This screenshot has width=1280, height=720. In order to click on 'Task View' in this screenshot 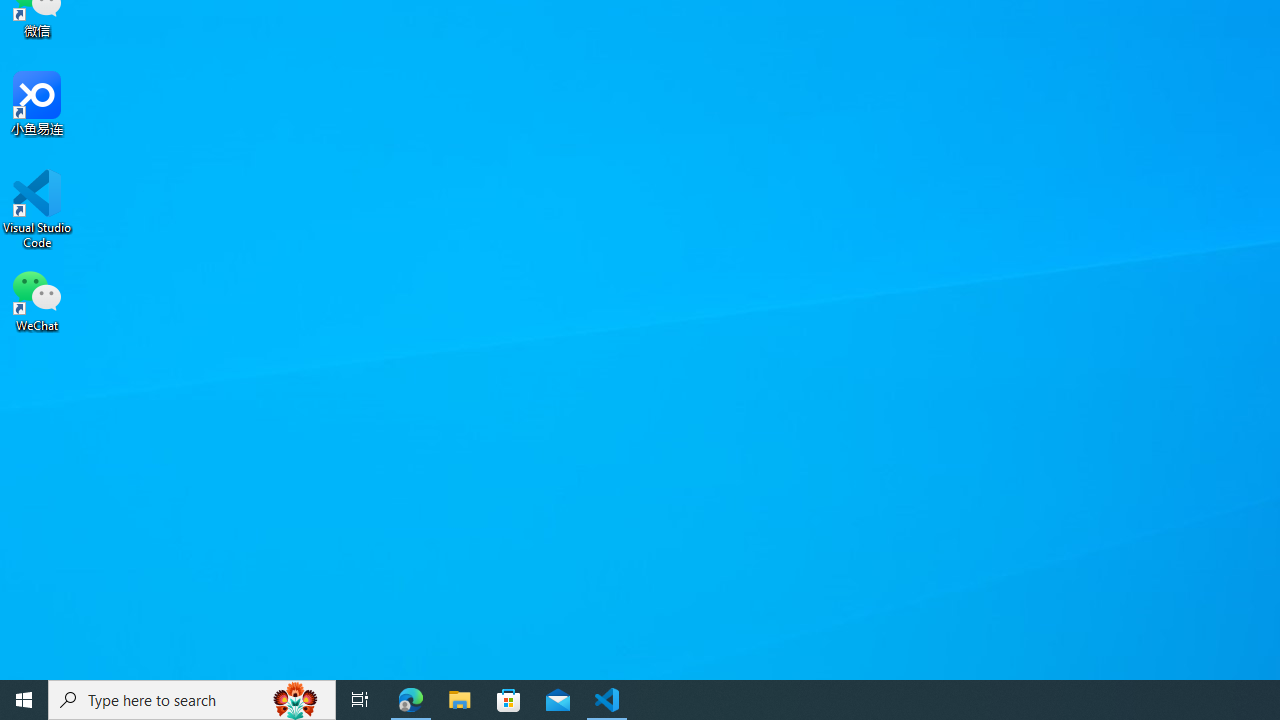, I will do `click(359, 698)`.